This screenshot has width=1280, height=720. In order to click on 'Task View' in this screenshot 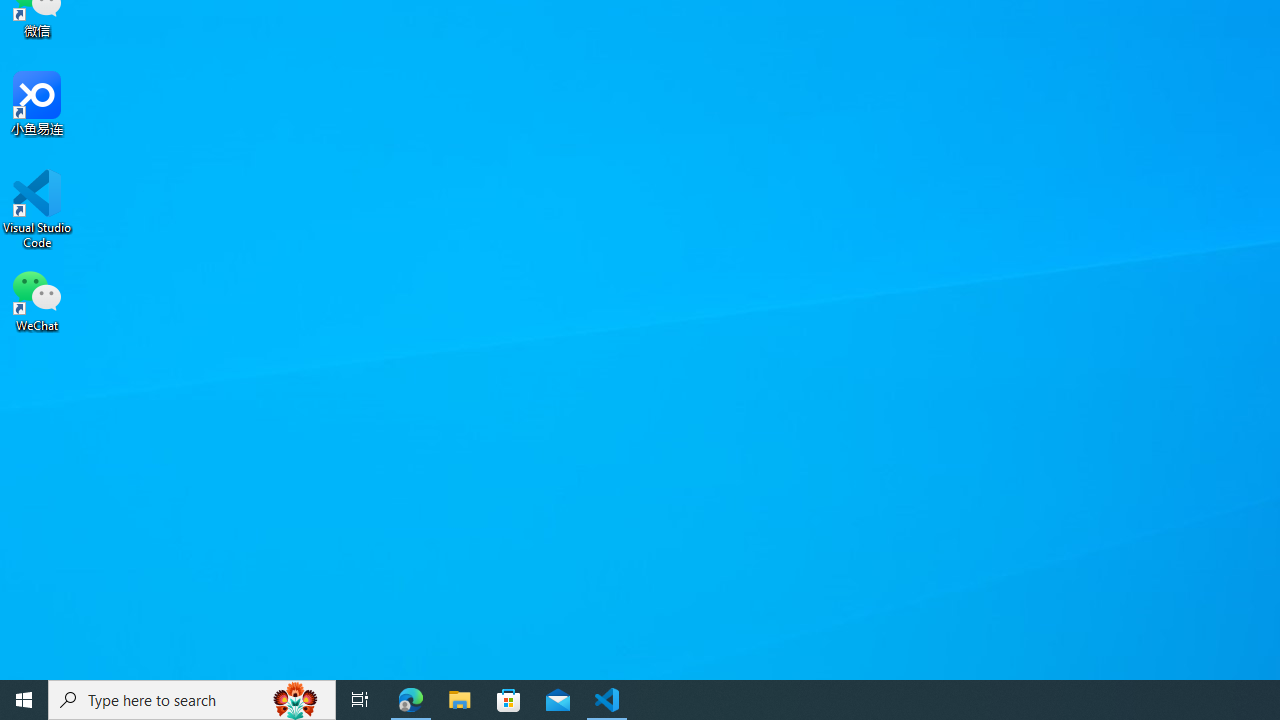, I will do `click(359, 698)`.